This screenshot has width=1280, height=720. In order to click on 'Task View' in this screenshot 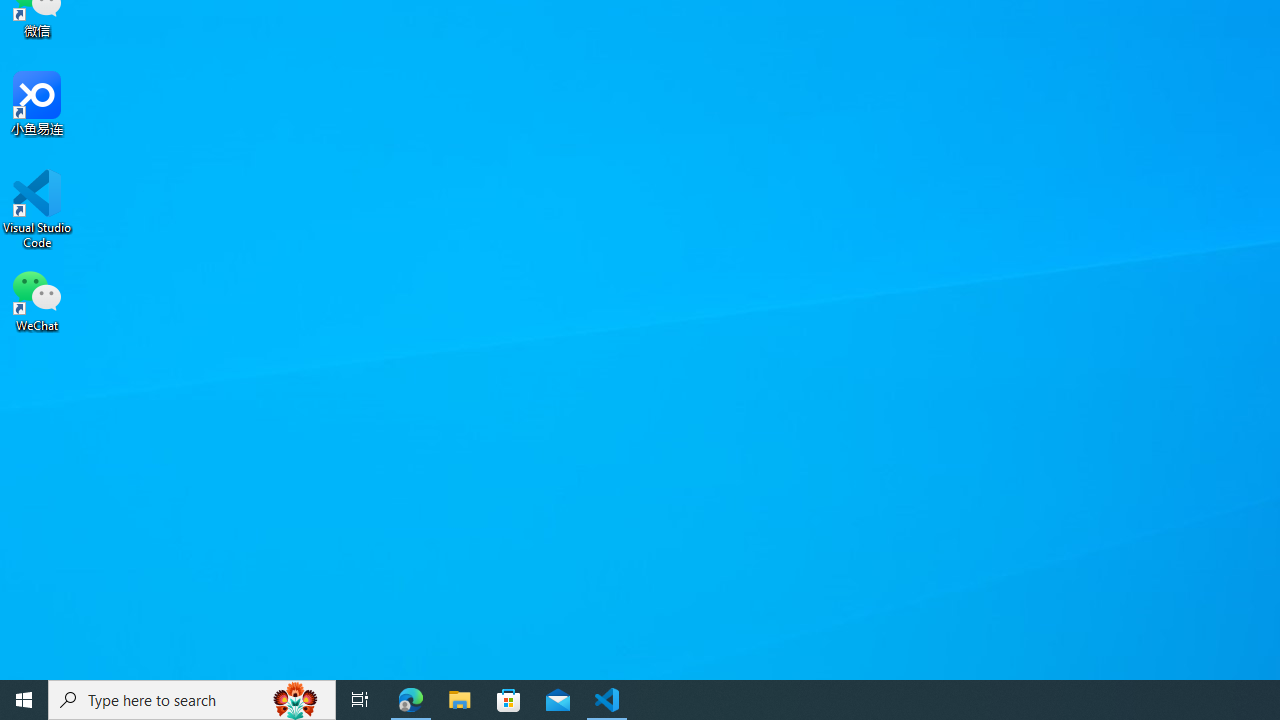, I will do `click(359, 698)`.